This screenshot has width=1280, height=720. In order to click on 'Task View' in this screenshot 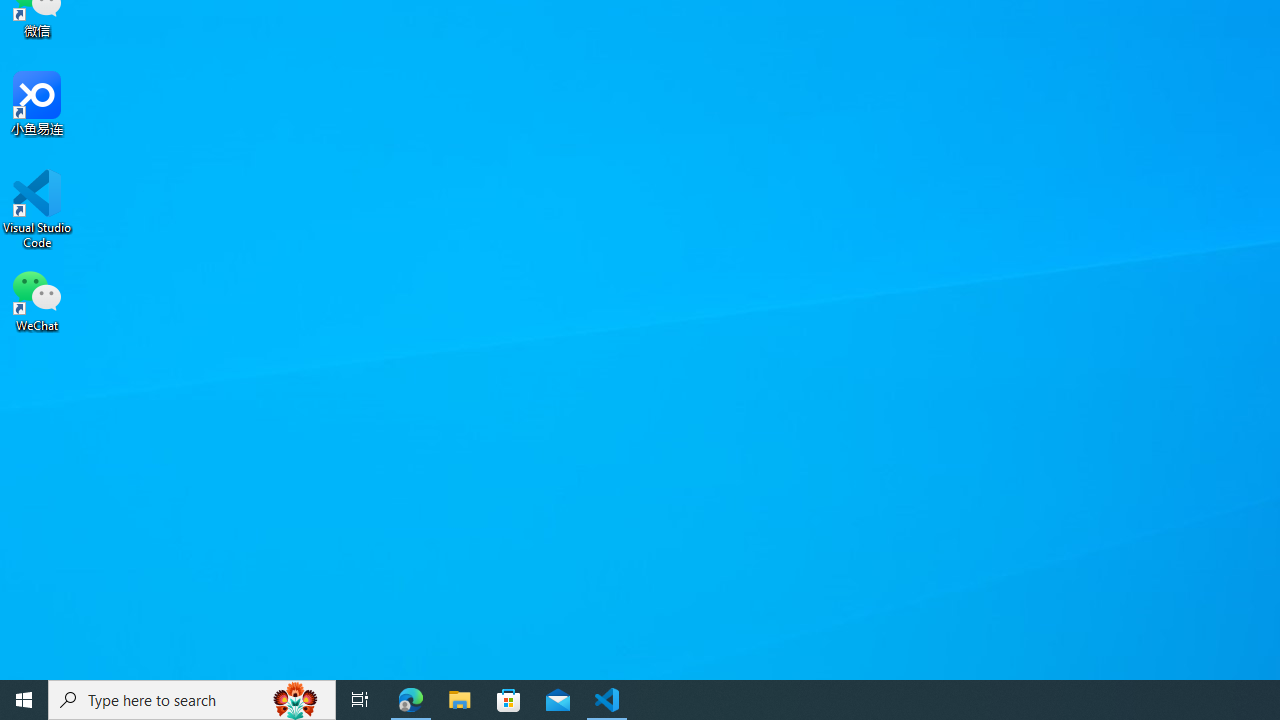, I will do `click(359, 698)`.